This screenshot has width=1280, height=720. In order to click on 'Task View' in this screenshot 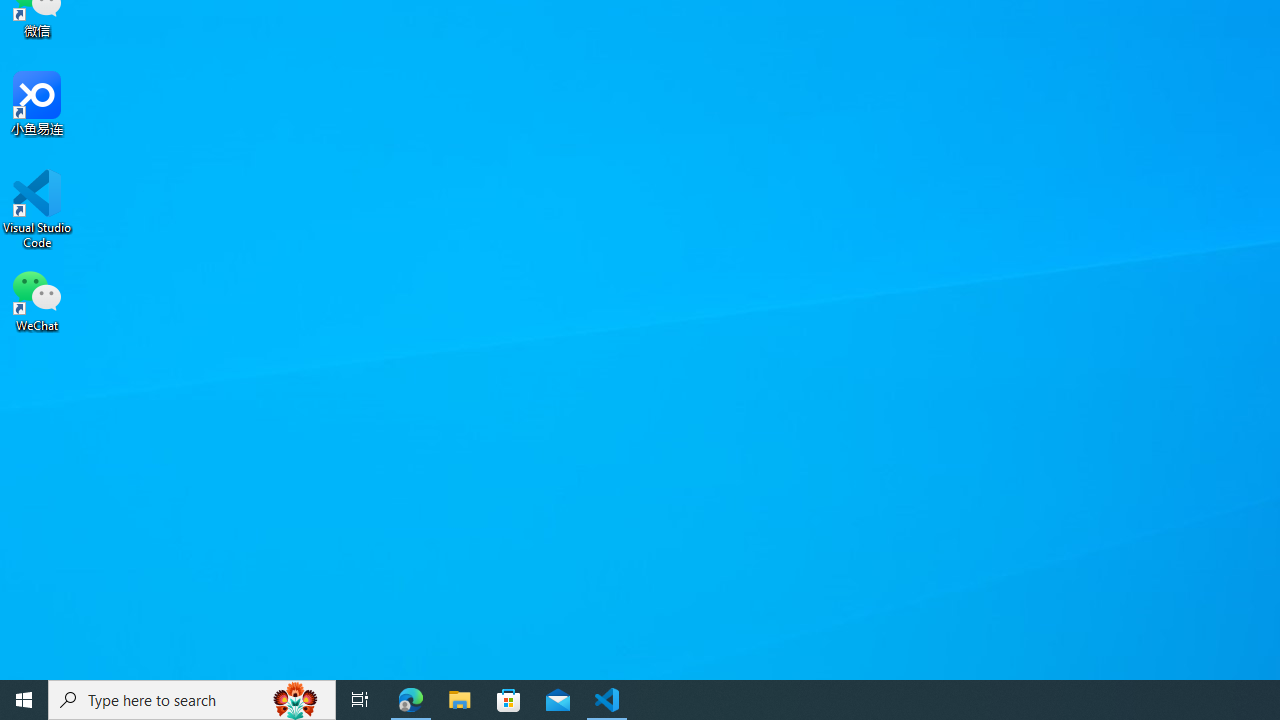, I will do `click(359, 698)`.